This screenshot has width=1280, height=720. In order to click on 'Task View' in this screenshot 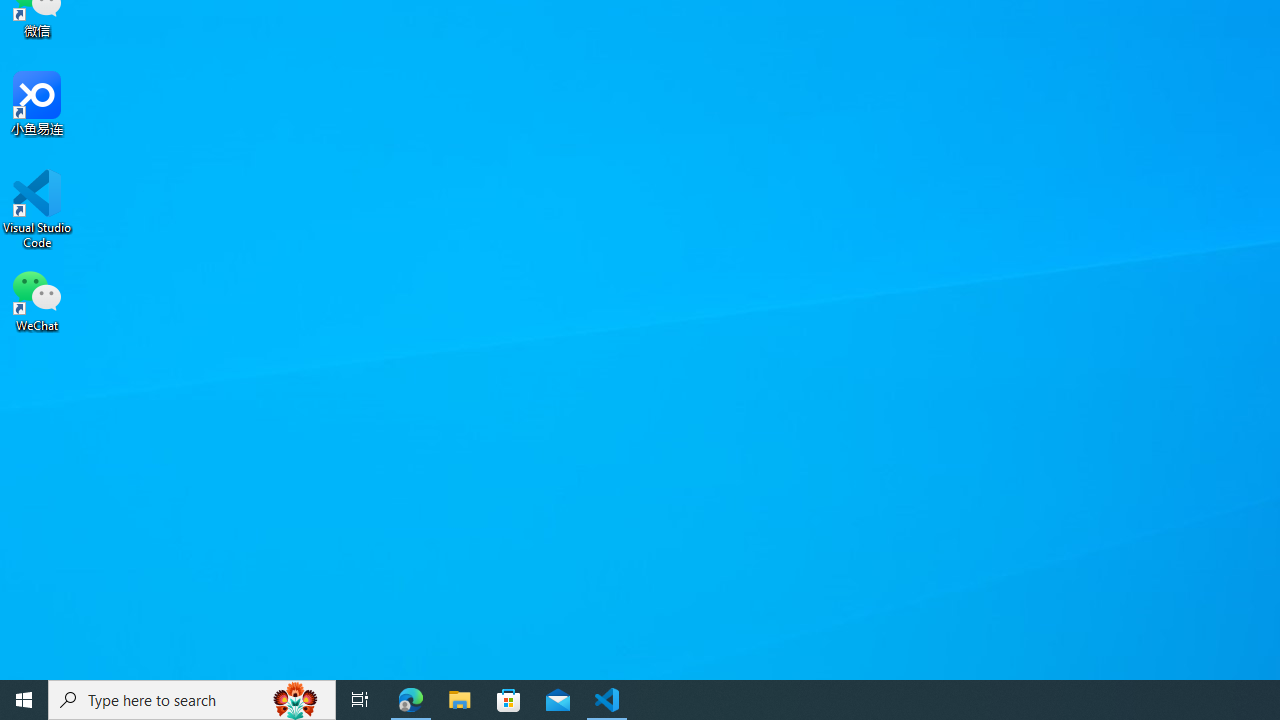, I will do `click(359, 698)`.